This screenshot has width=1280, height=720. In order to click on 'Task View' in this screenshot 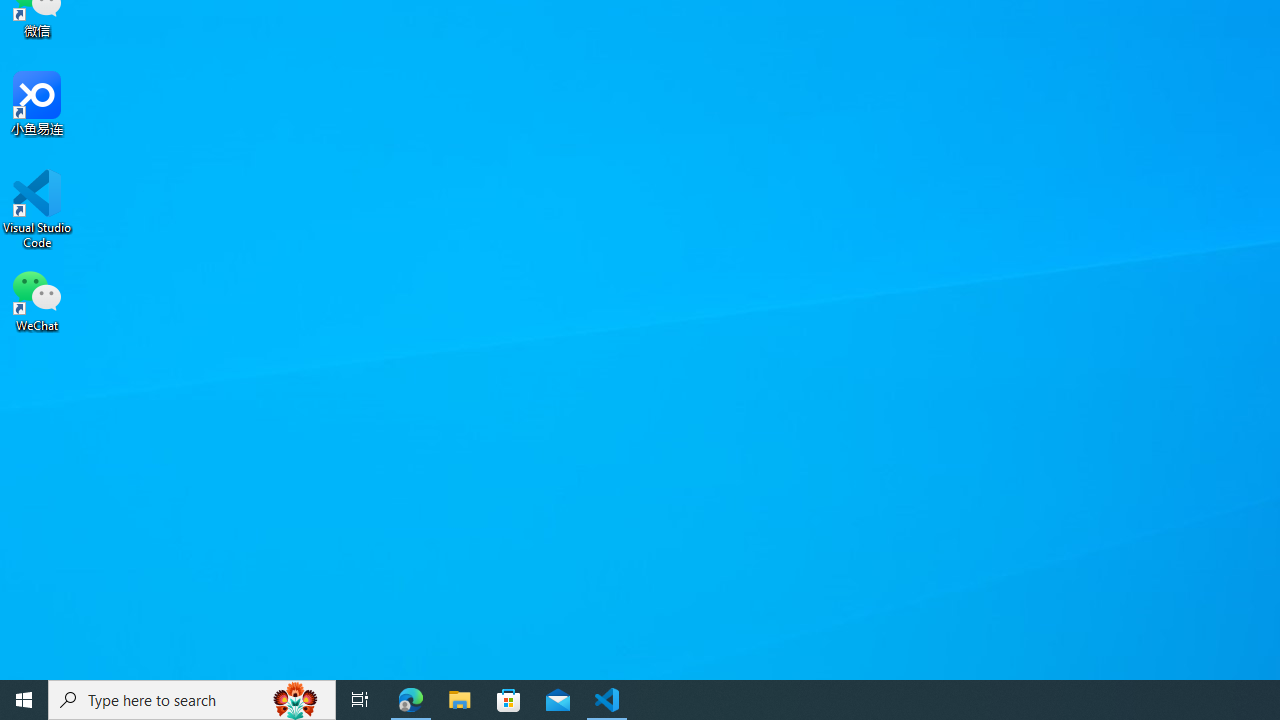, I will do `click(359, 698)`.